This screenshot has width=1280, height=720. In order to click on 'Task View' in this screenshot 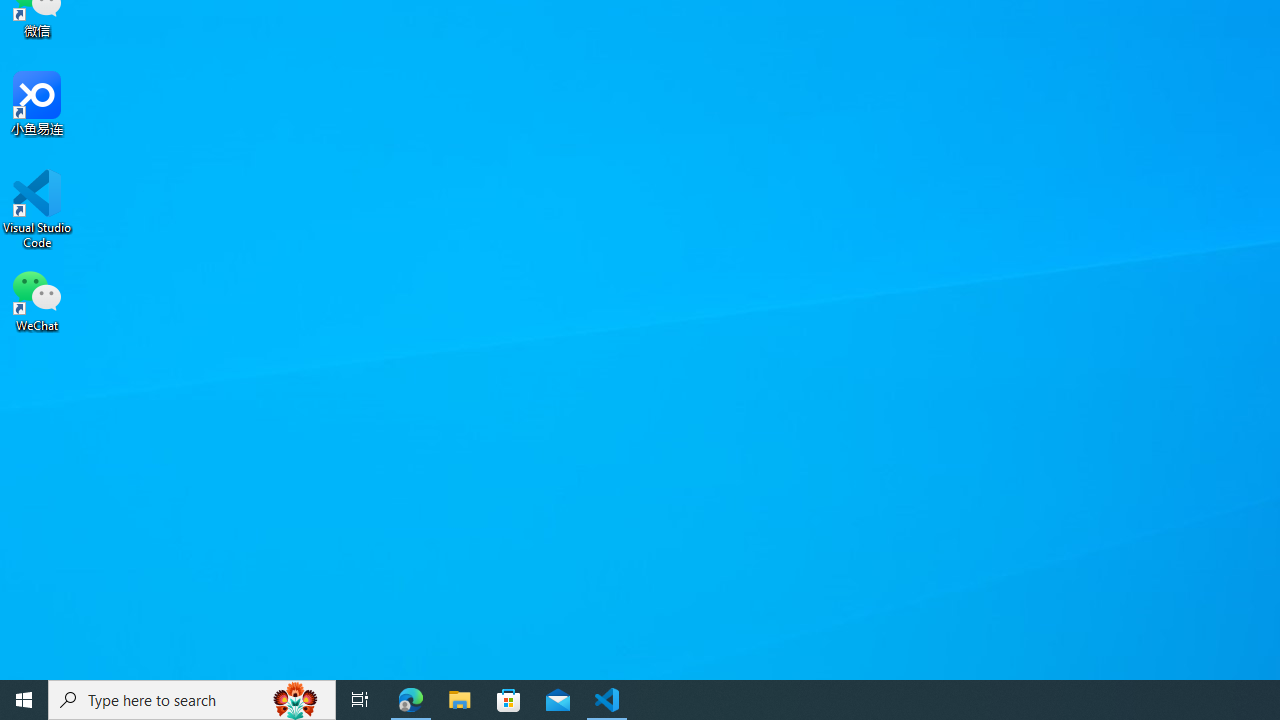, I will do `click(359, 698)`.